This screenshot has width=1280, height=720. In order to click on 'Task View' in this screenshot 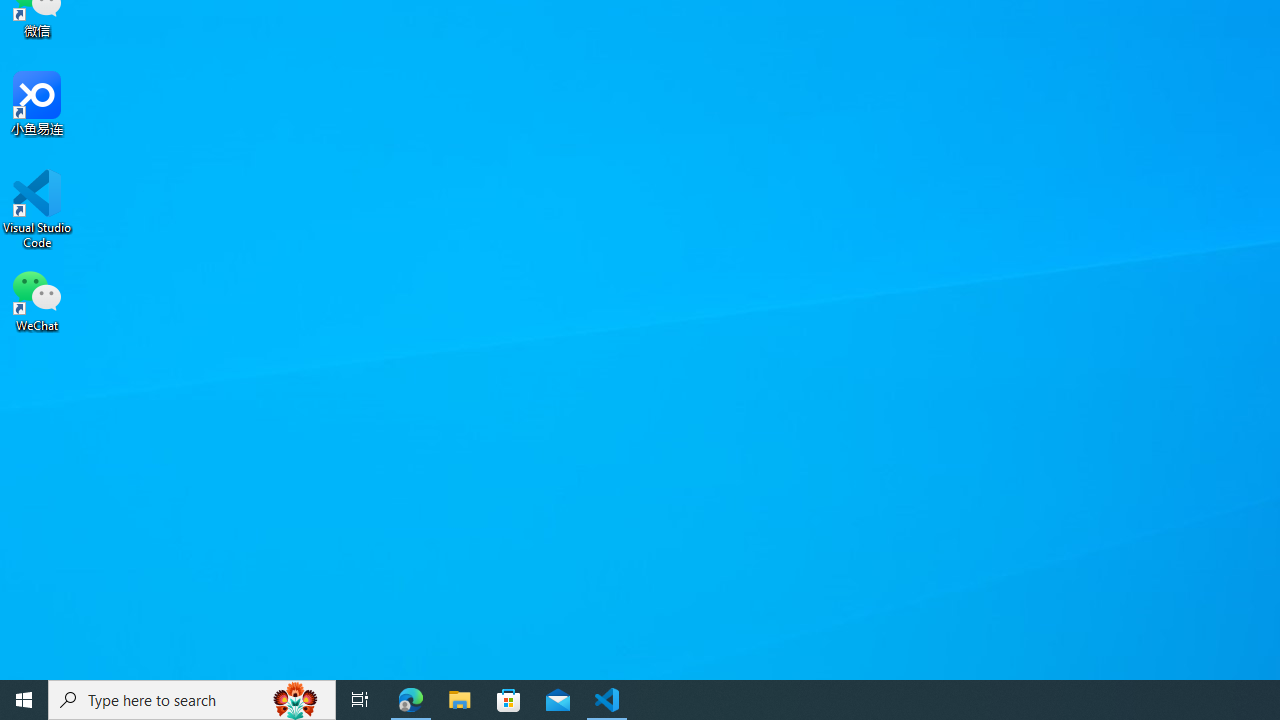, I will do `click(359, 698)`.